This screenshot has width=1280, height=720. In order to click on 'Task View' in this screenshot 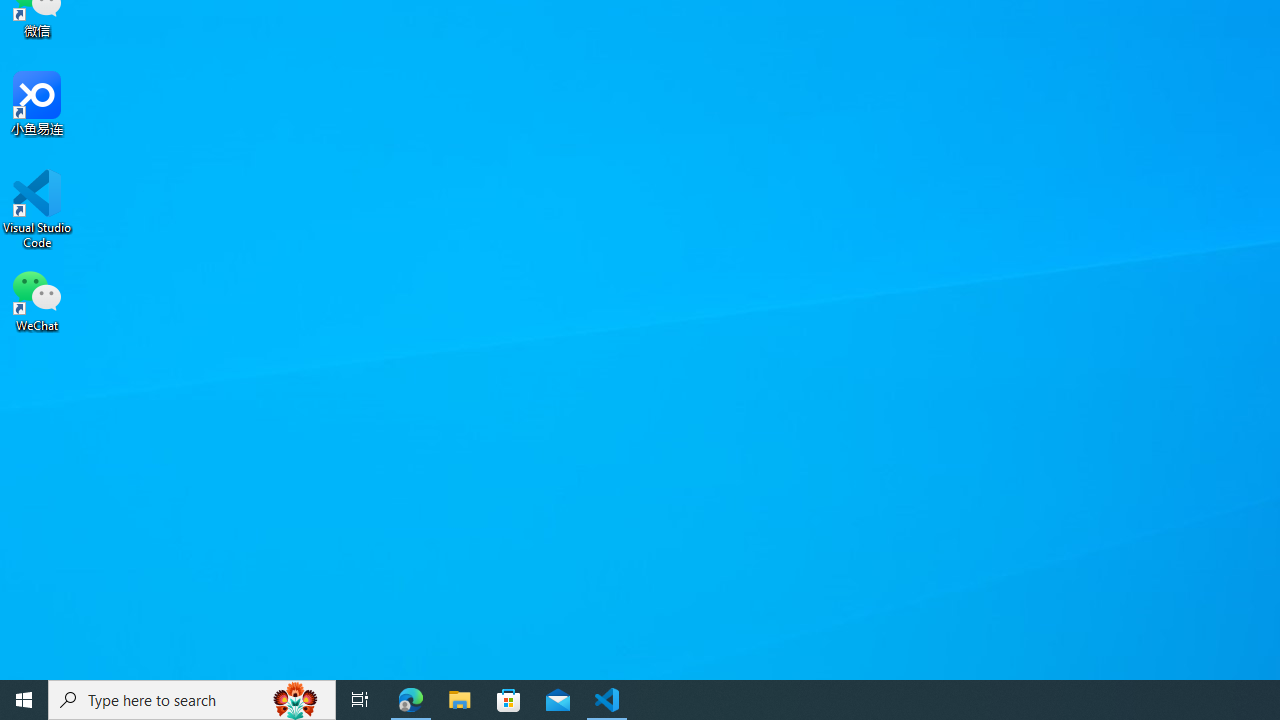, I will do `click(359, 698)`.